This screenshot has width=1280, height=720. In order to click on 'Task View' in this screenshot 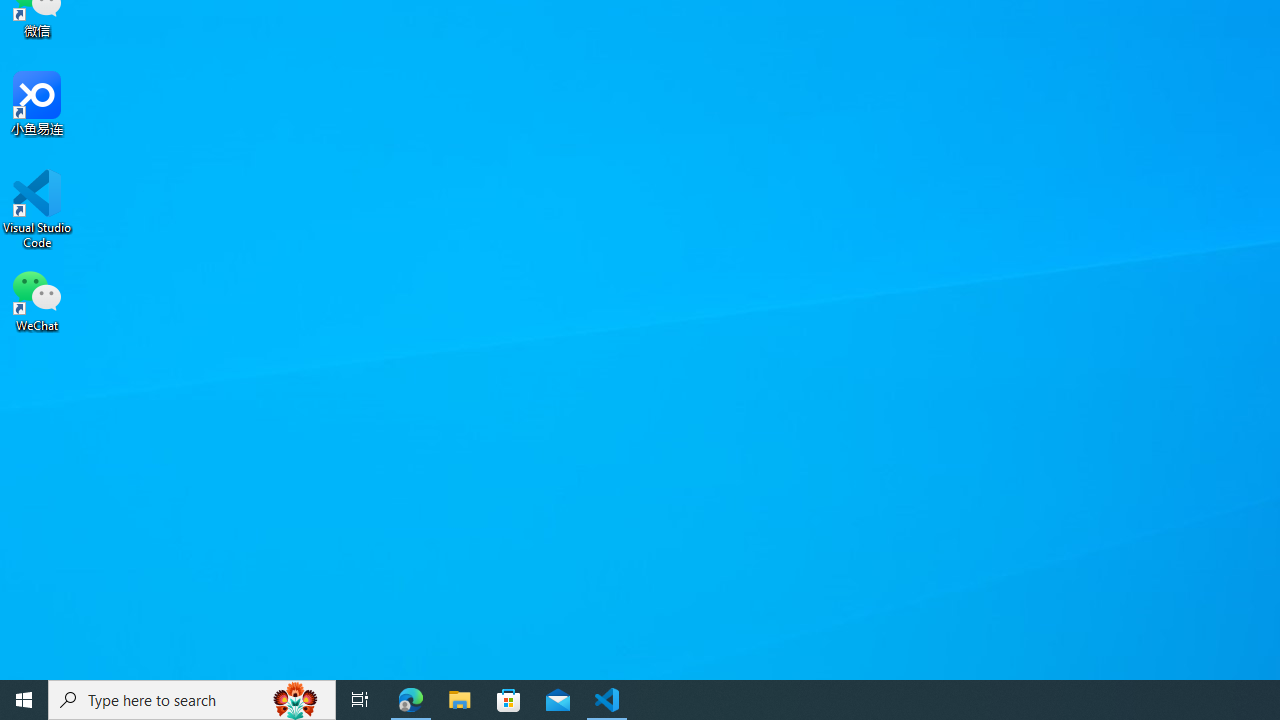, I will do `click(359, 698)`.